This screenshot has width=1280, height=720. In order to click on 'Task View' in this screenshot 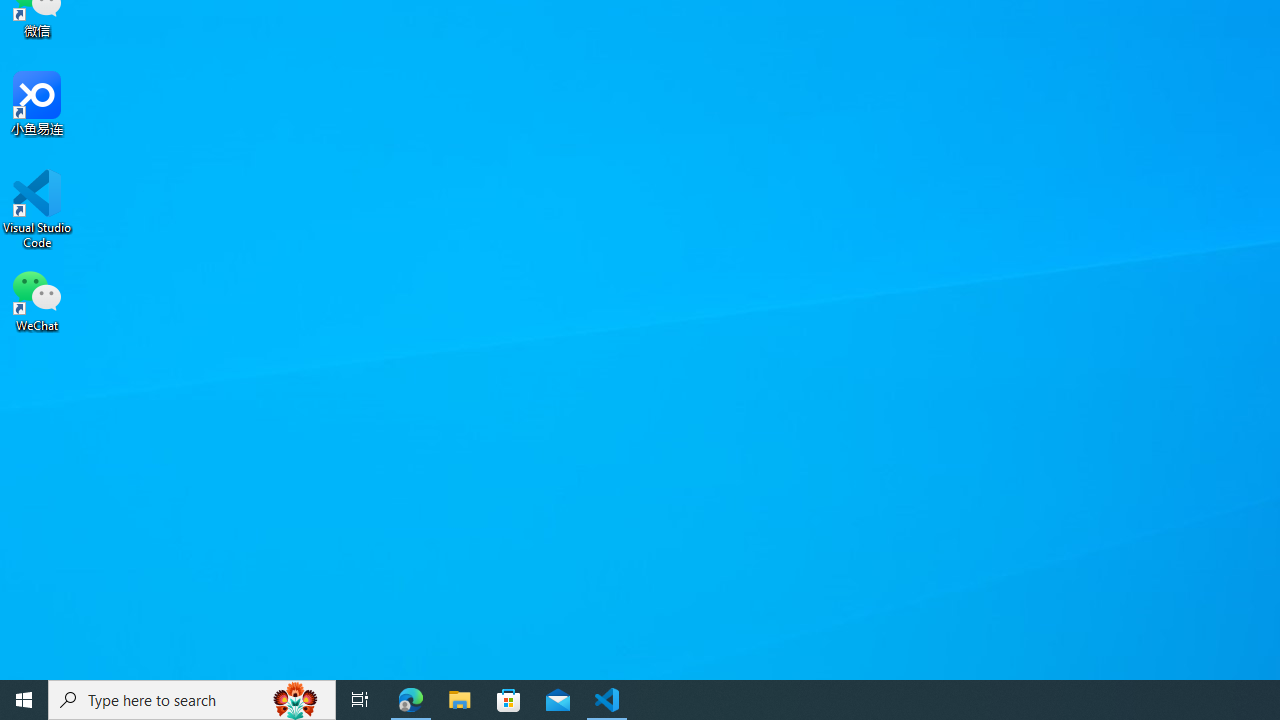, I will do `click(359, 698)`.